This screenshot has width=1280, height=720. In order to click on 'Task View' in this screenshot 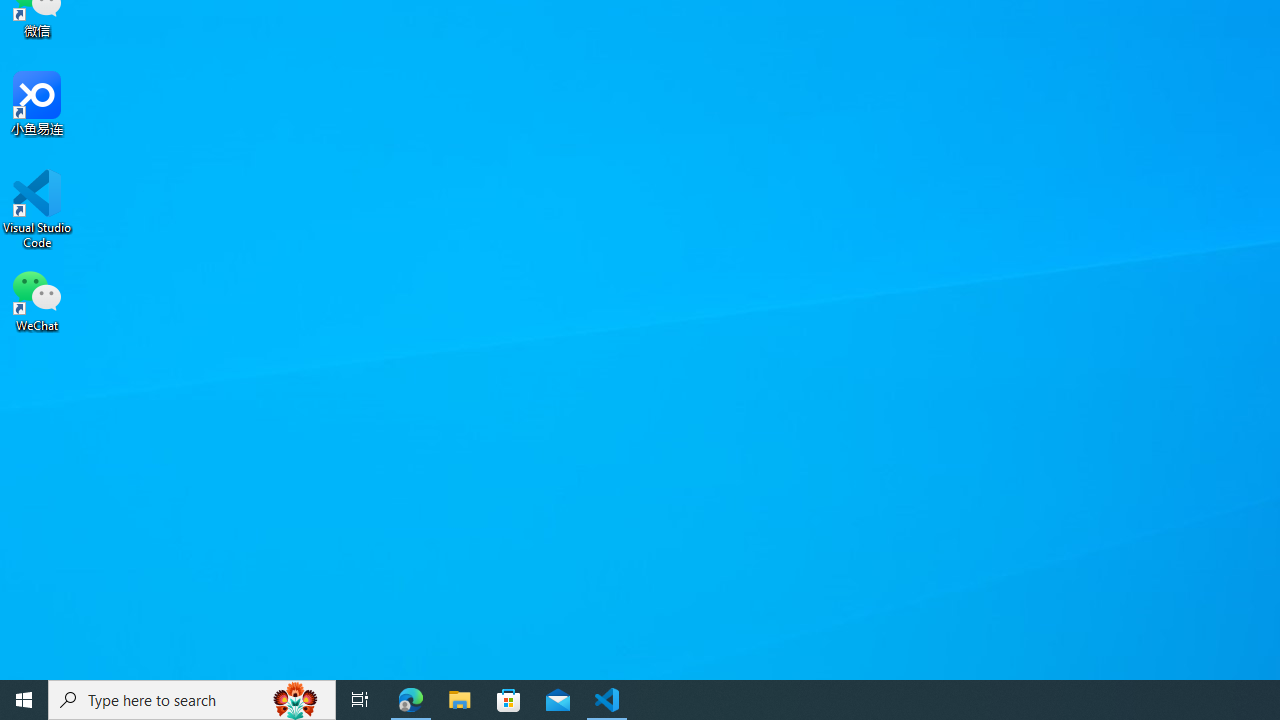, I will do `click(359, 698)`.